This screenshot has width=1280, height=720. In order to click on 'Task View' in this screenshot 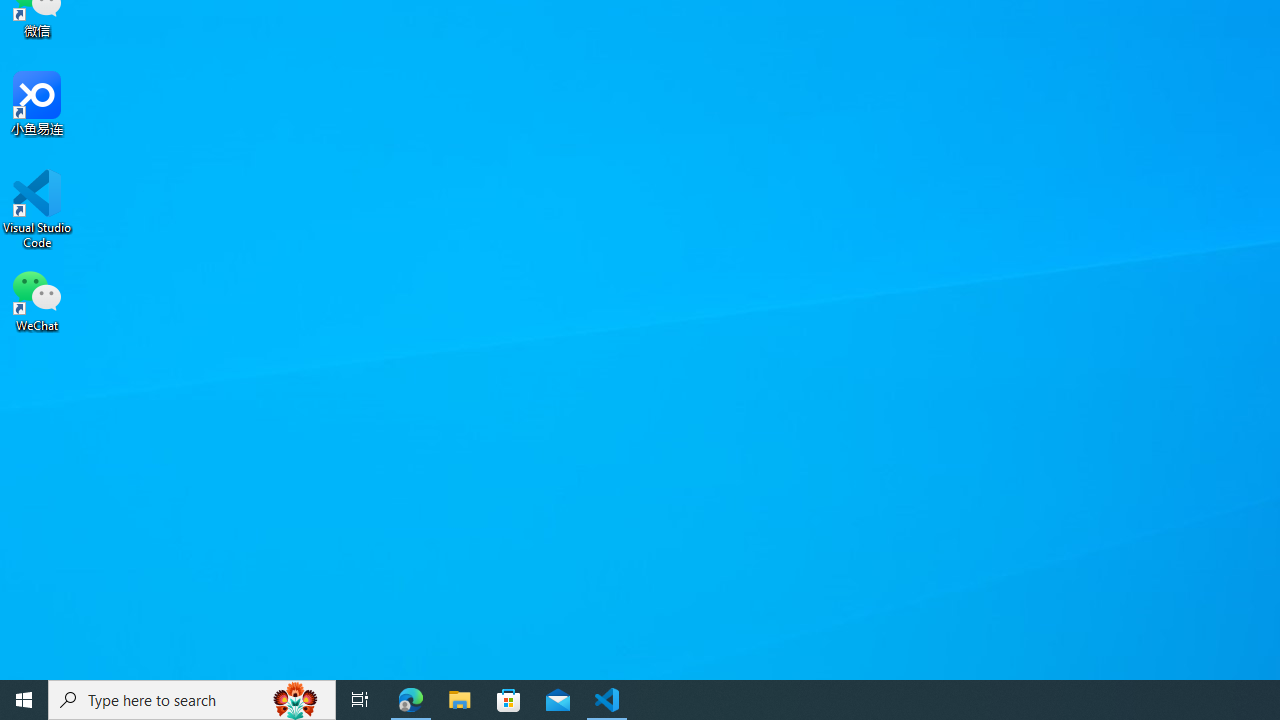, I will do `click(359, 698)`.